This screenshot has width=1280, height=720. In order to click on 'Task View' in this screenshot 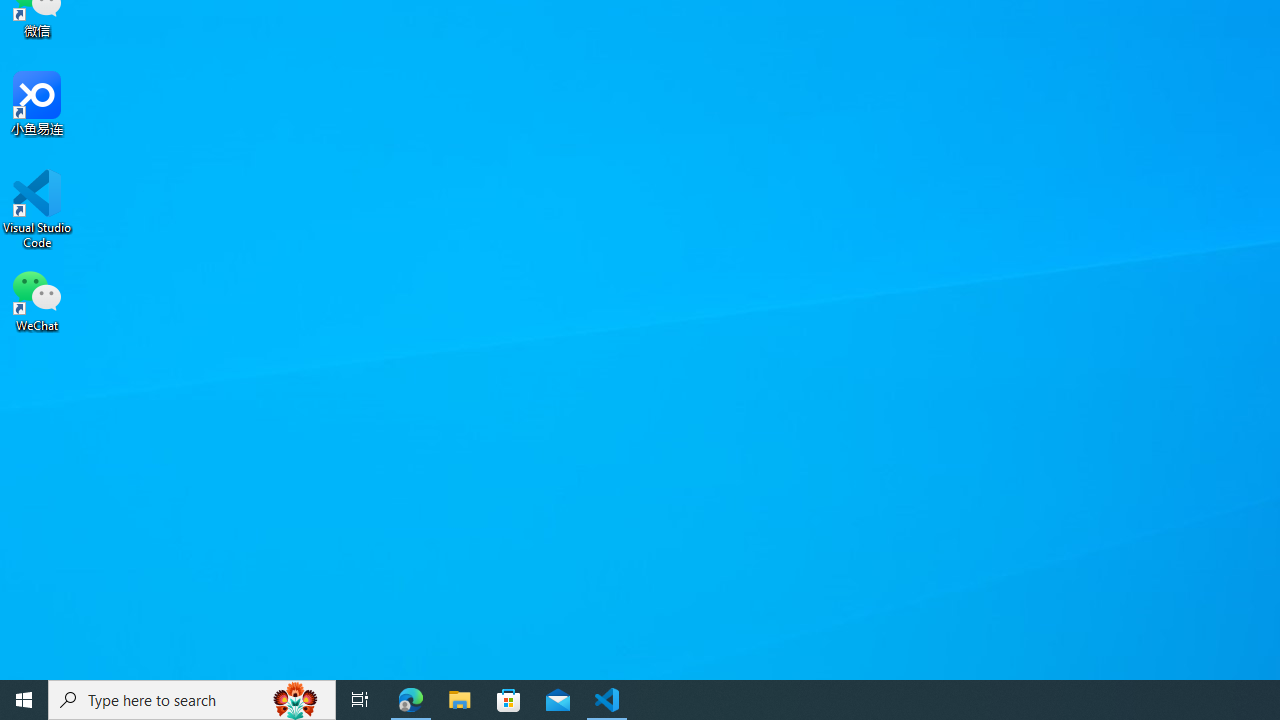, I will do `click(359, 698)`.